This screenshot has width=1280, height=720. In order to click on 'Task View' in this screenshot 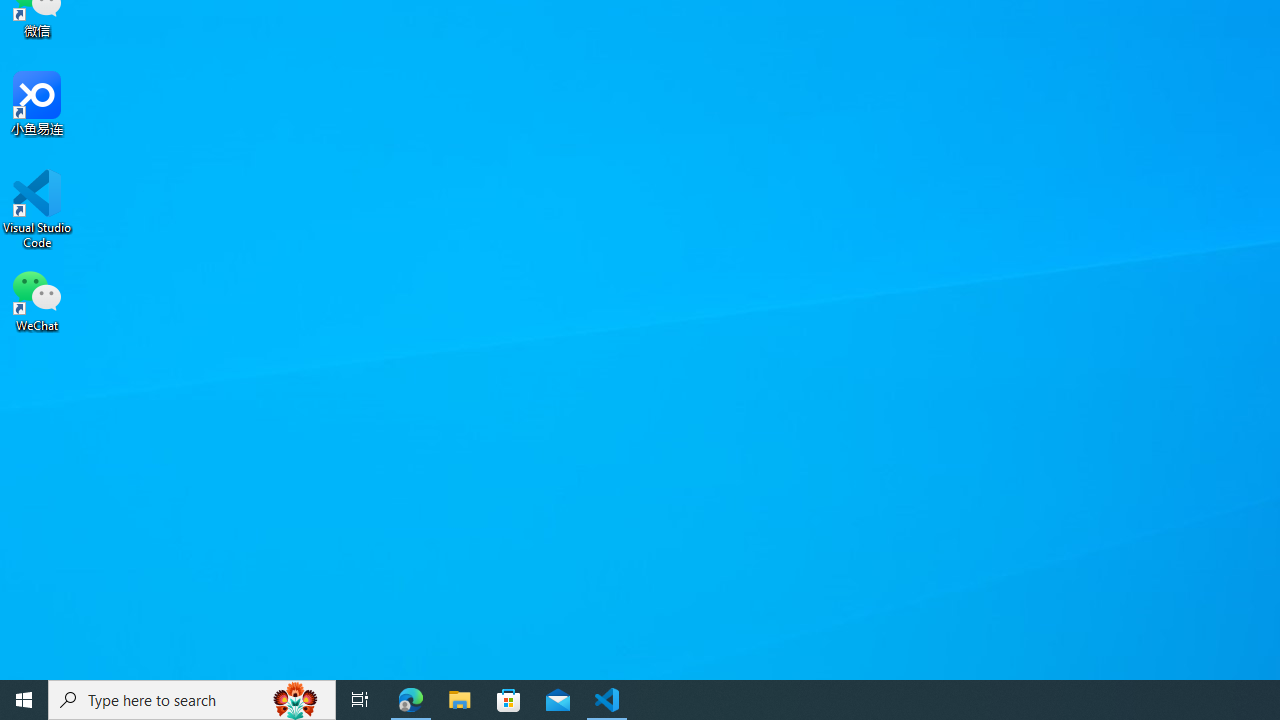, I will do `click(359, 698)`.